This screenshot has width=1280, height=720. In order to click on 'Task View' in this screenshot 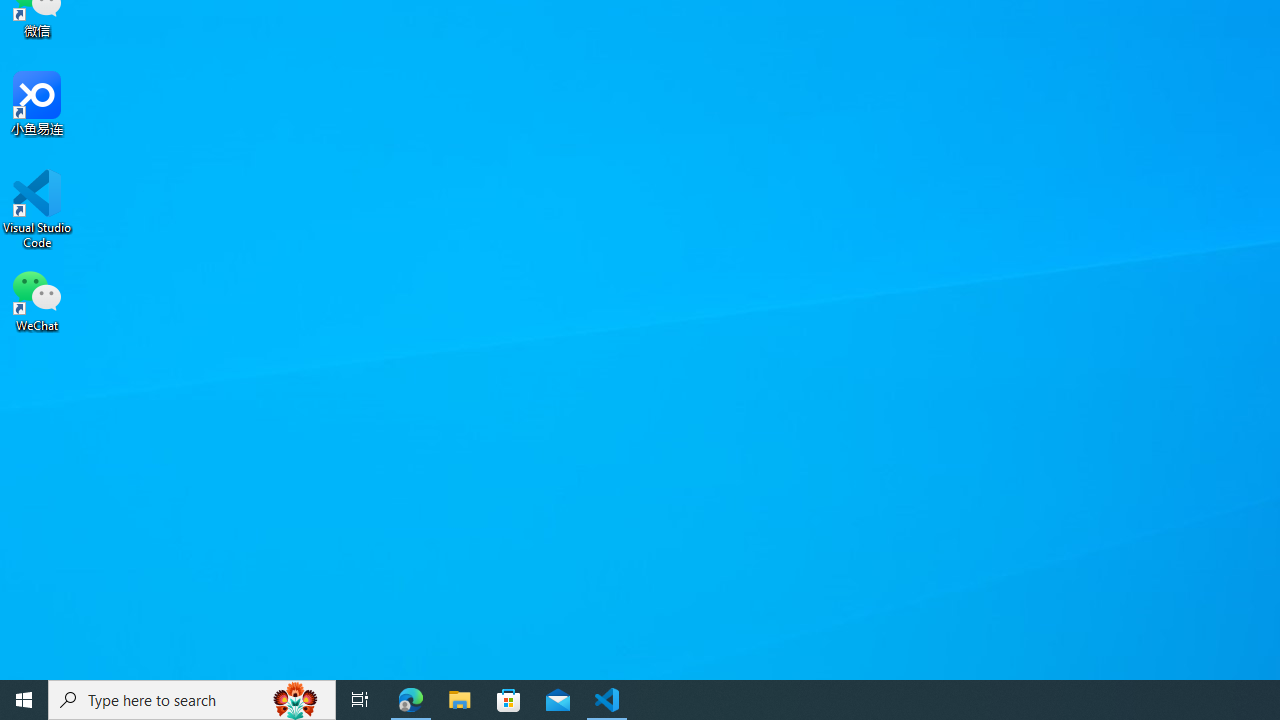, I will do `click(359, 698)`.